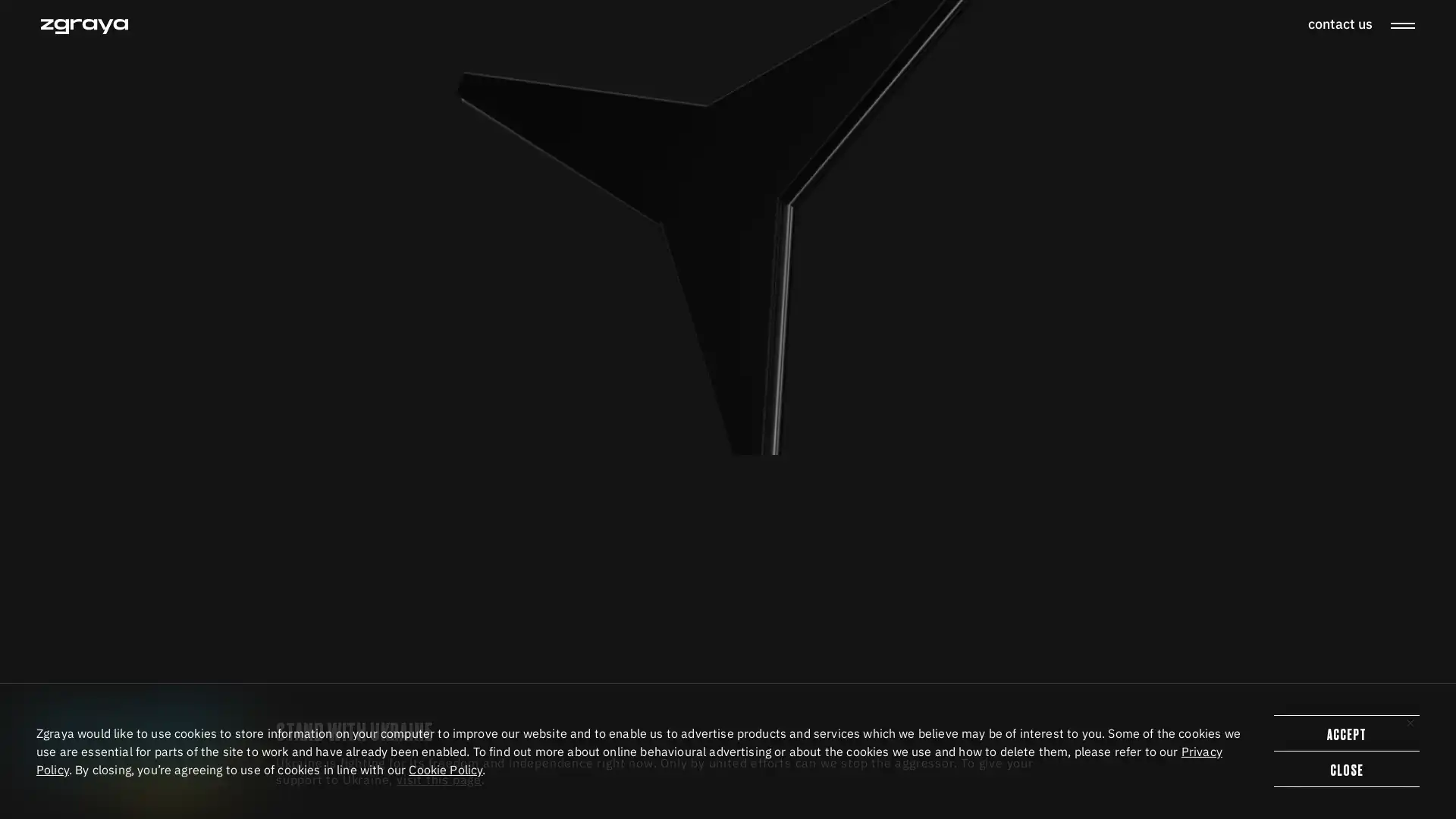  Describe the element at coordinates (444, 769) in the screenshot. I see `learn more about cookies` at that location.